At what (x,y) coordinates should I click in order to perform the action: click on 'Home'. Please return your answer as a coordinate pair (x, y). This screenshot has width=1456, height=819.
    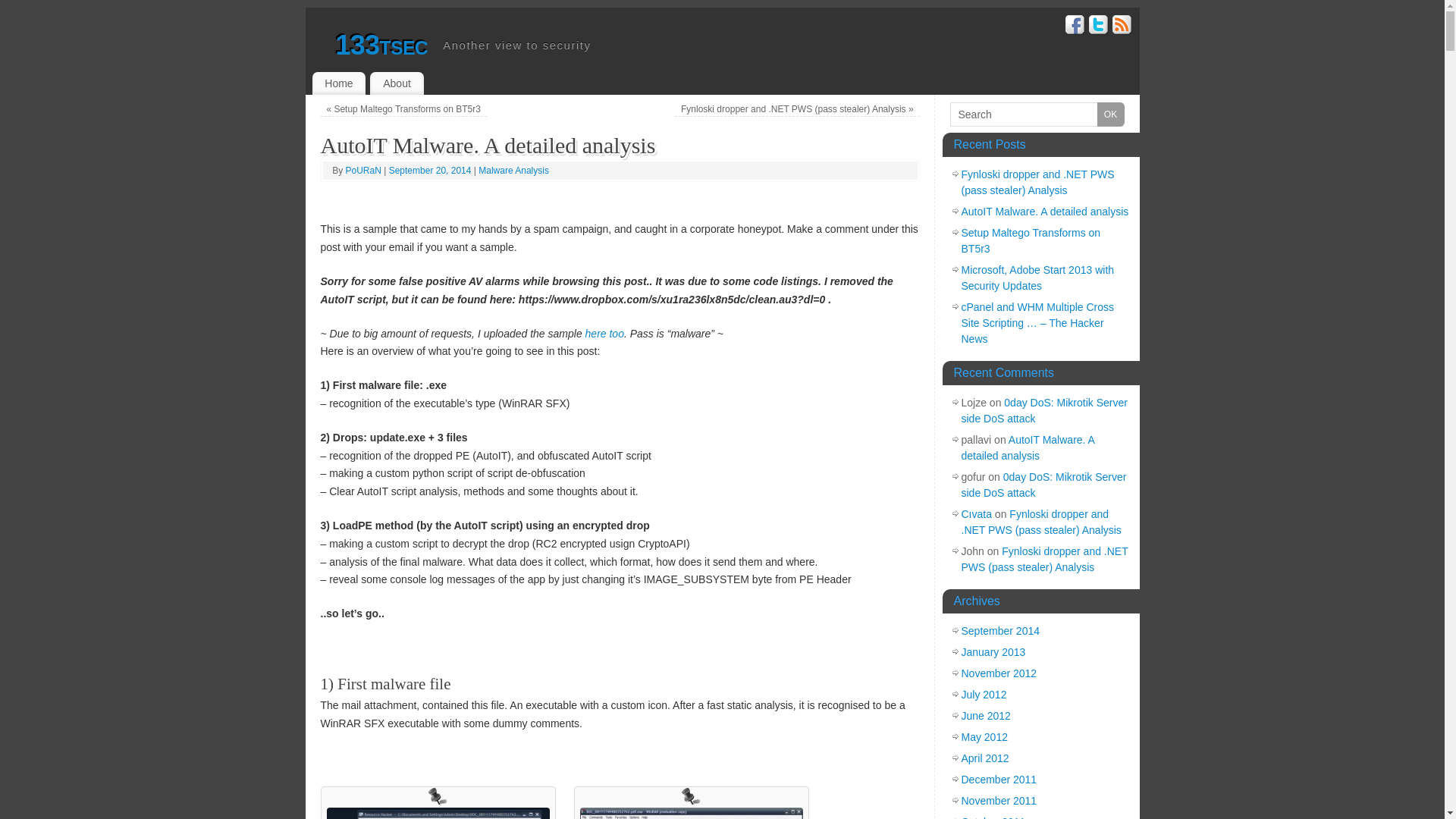
    Looking at the image, I should click on (338, 83).